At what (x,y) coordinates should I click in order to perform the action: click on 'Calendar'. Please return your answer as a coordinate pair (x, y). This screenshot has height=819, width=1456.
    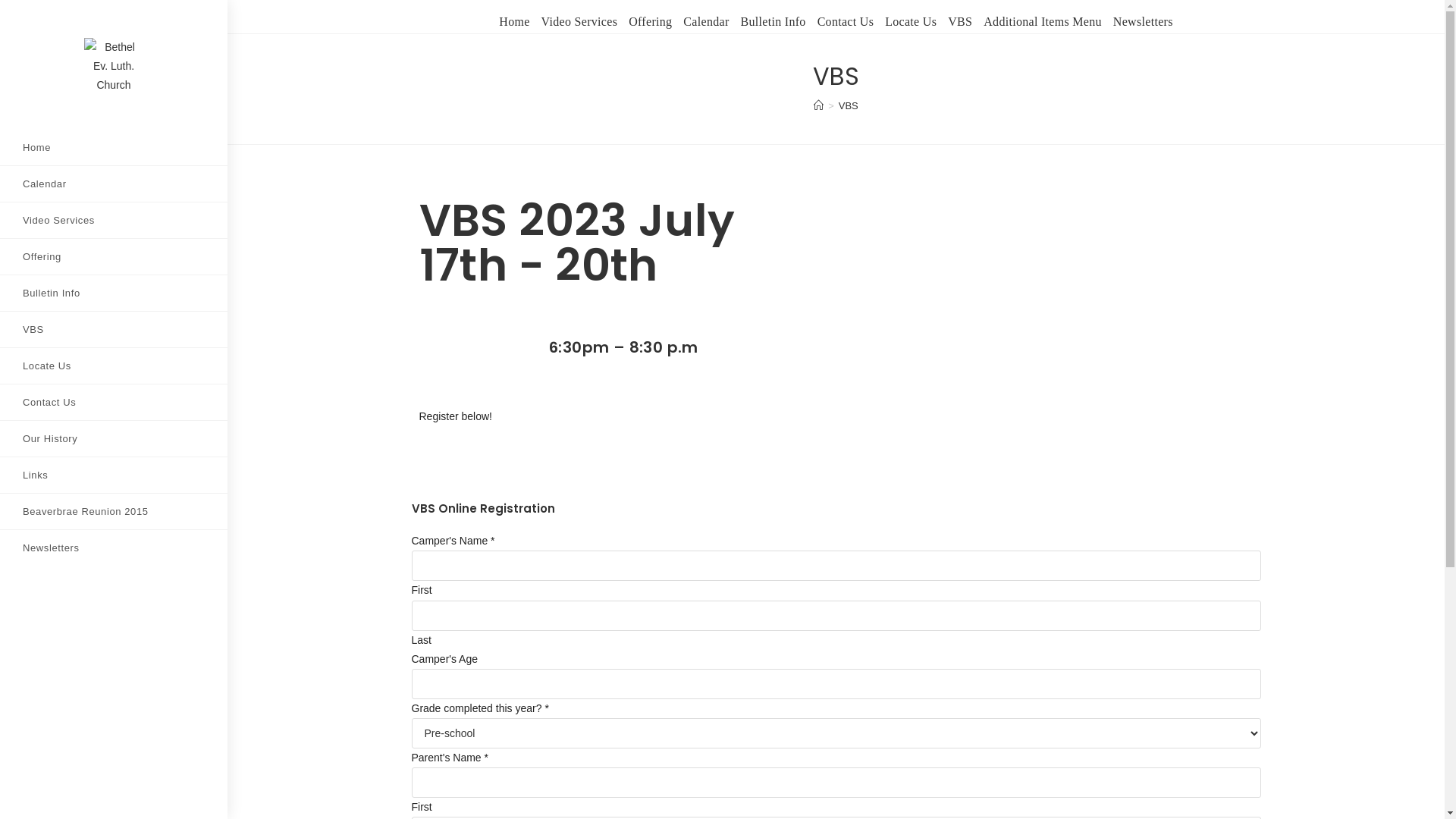
    Looking at the image, I should click on (112, 183).